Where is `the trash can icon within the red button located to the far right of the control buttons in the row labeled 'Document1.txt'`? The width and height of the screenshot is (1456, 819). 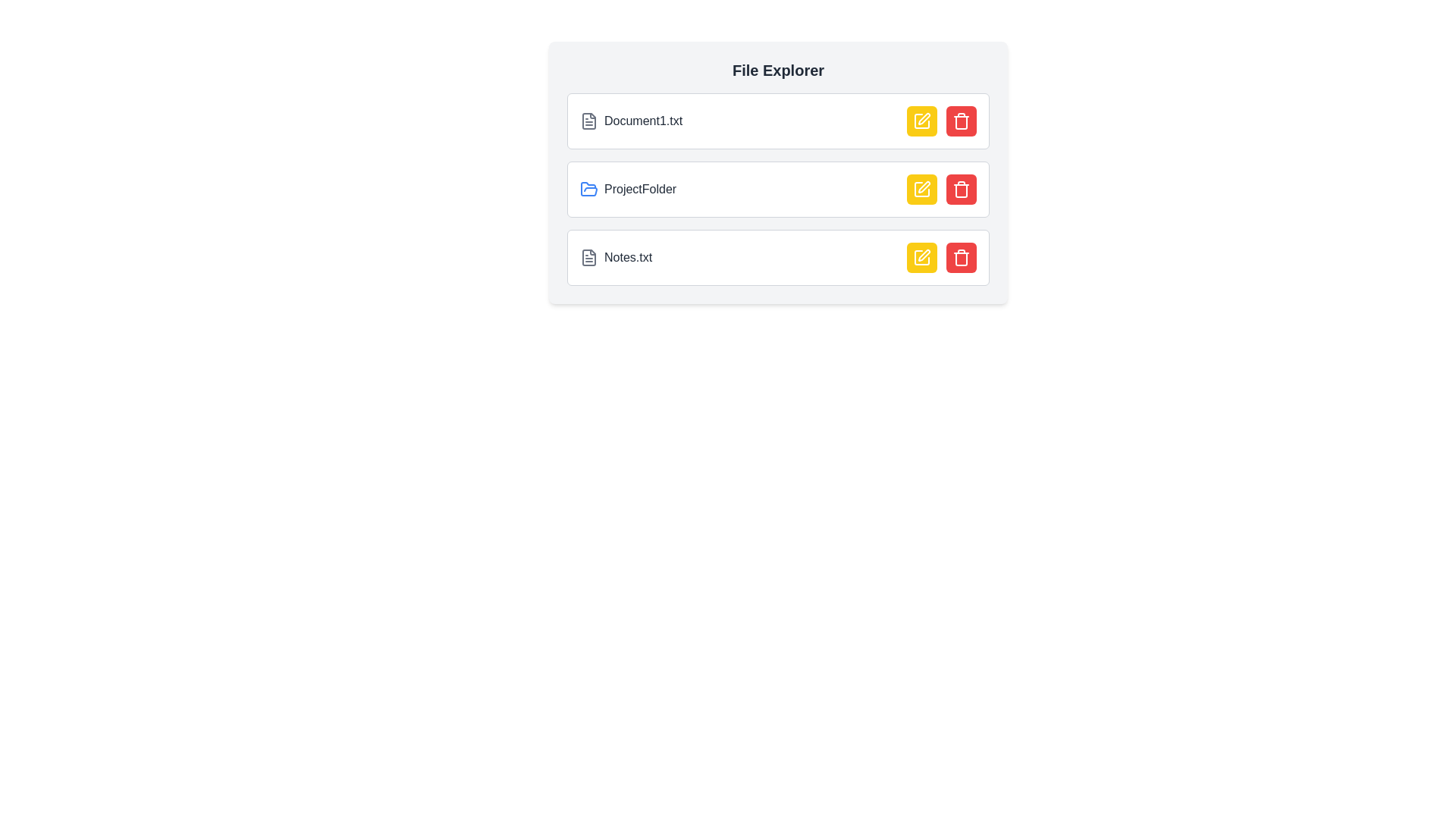 the trash can icon within the red button located to the far right of the control buttons in the row labeled 'Document1.txt' is located at coordinates (960, 120).